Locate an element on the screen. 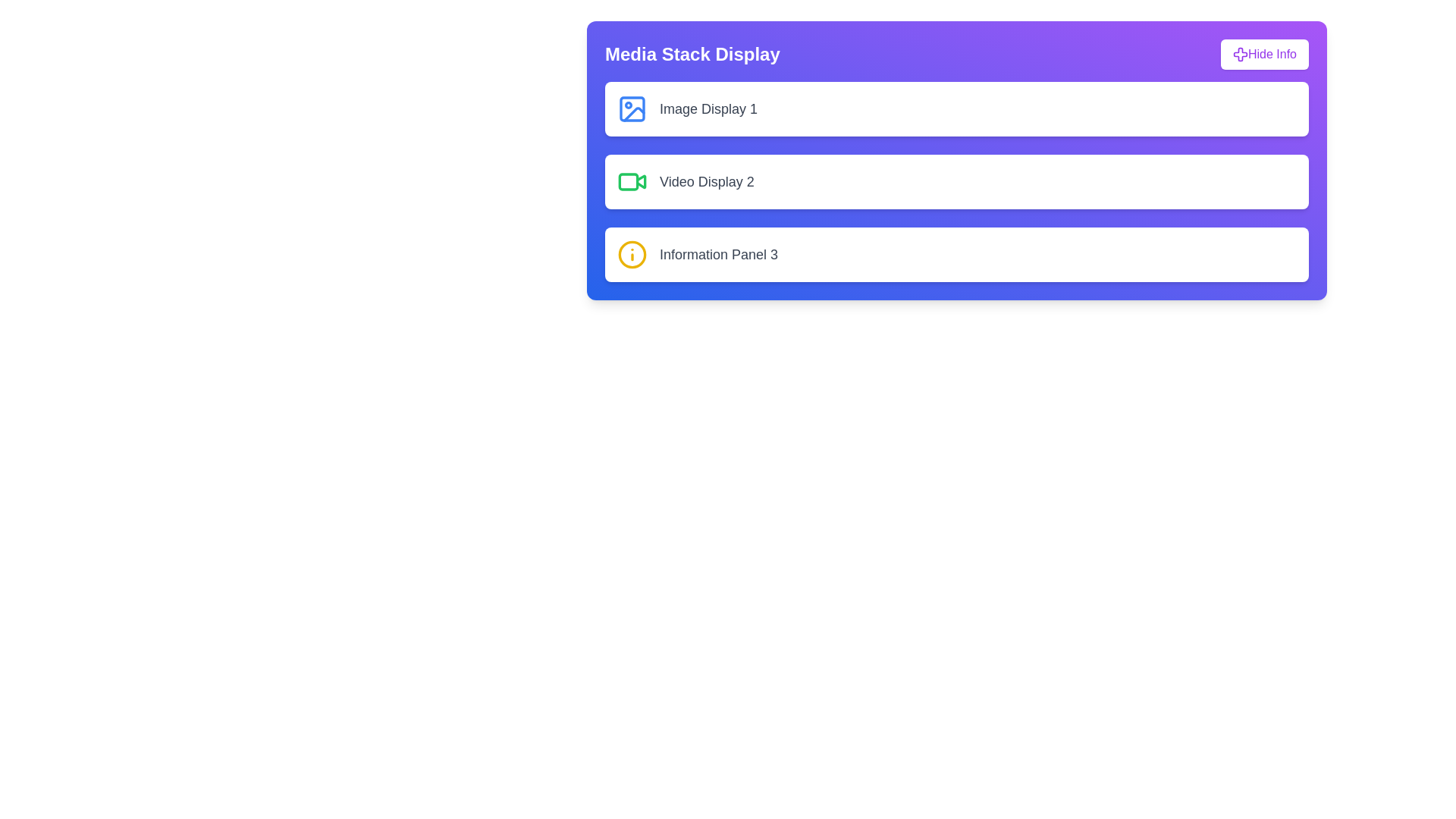 The image size is (1456, 819). the decorative shape (rectangular with rounded corners) located at the top-left corner inside the image frame icon in the 'Media Stack Display' section is located at coordinates (632, 108).